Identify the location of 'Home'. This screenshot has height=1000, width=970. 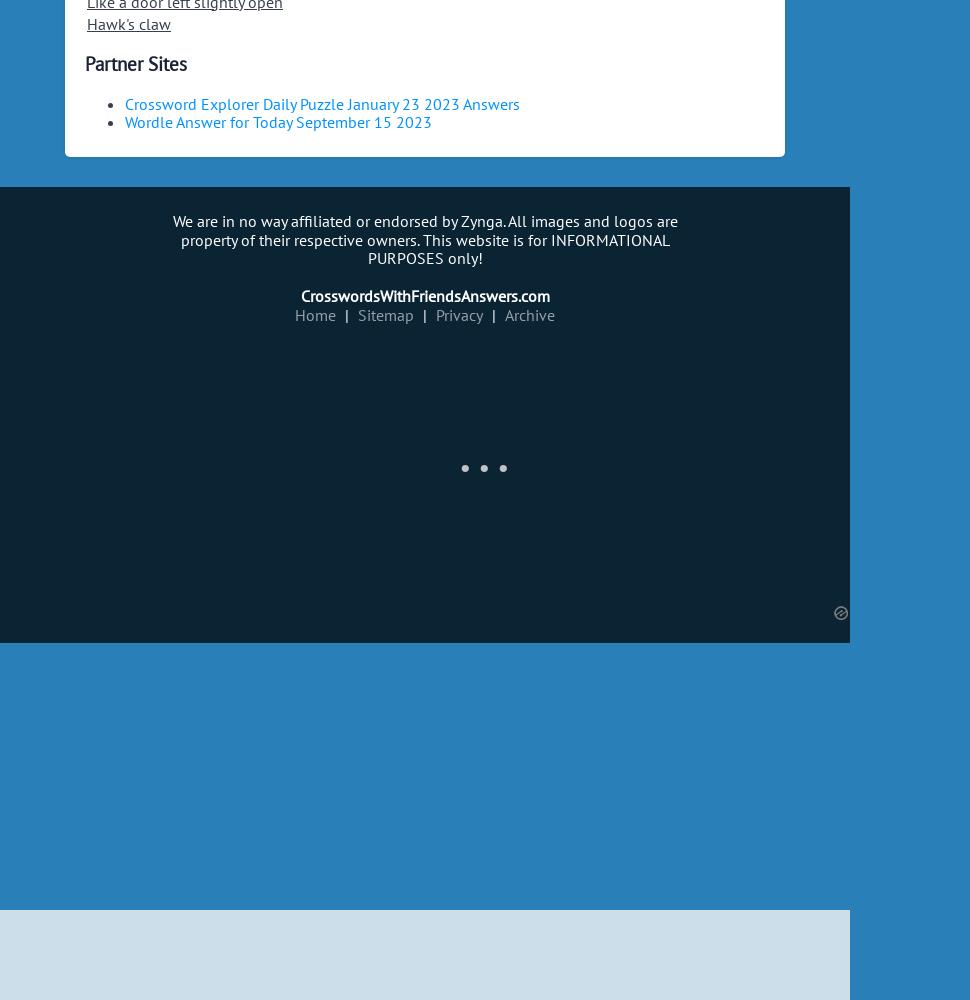
(315, 313).